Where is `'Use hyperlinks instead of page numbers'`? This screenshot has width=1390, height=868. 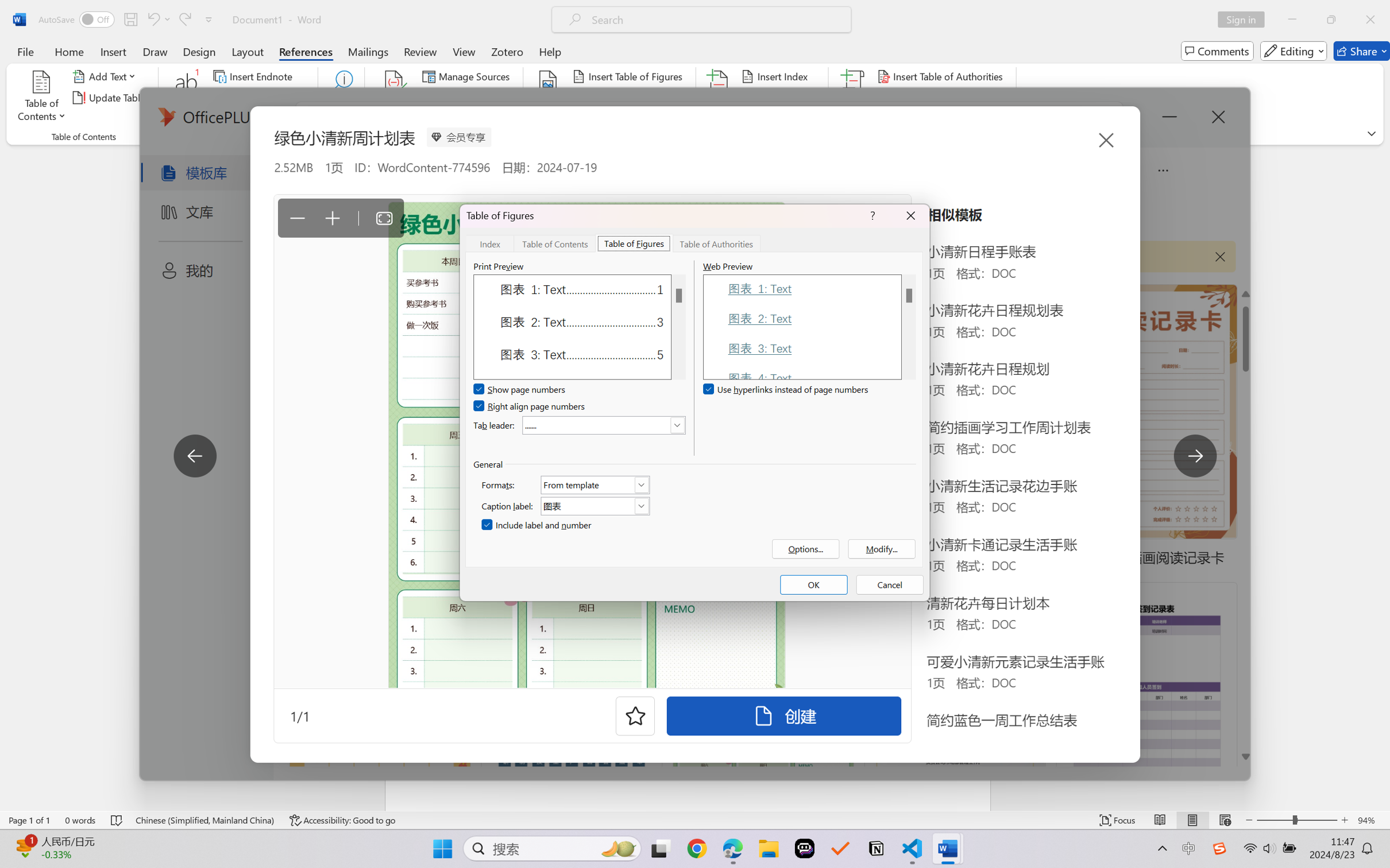
'Use hyperlinks instead of page numbers' is located at coordinates (786, 390).